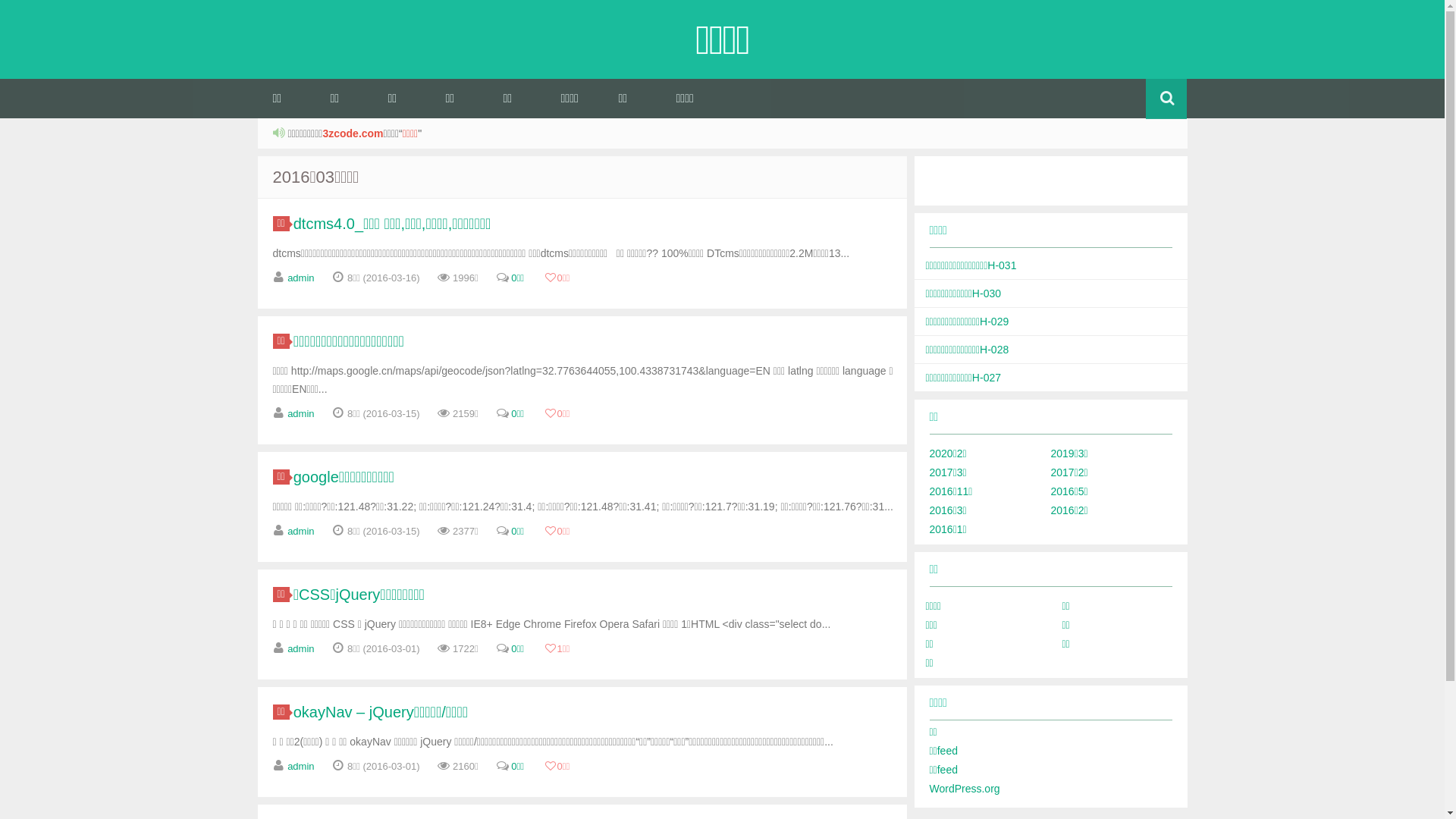 Image resolution: width=1456 pixels, height=819 pixels. I want to click on 'admin', so click(300, 766).